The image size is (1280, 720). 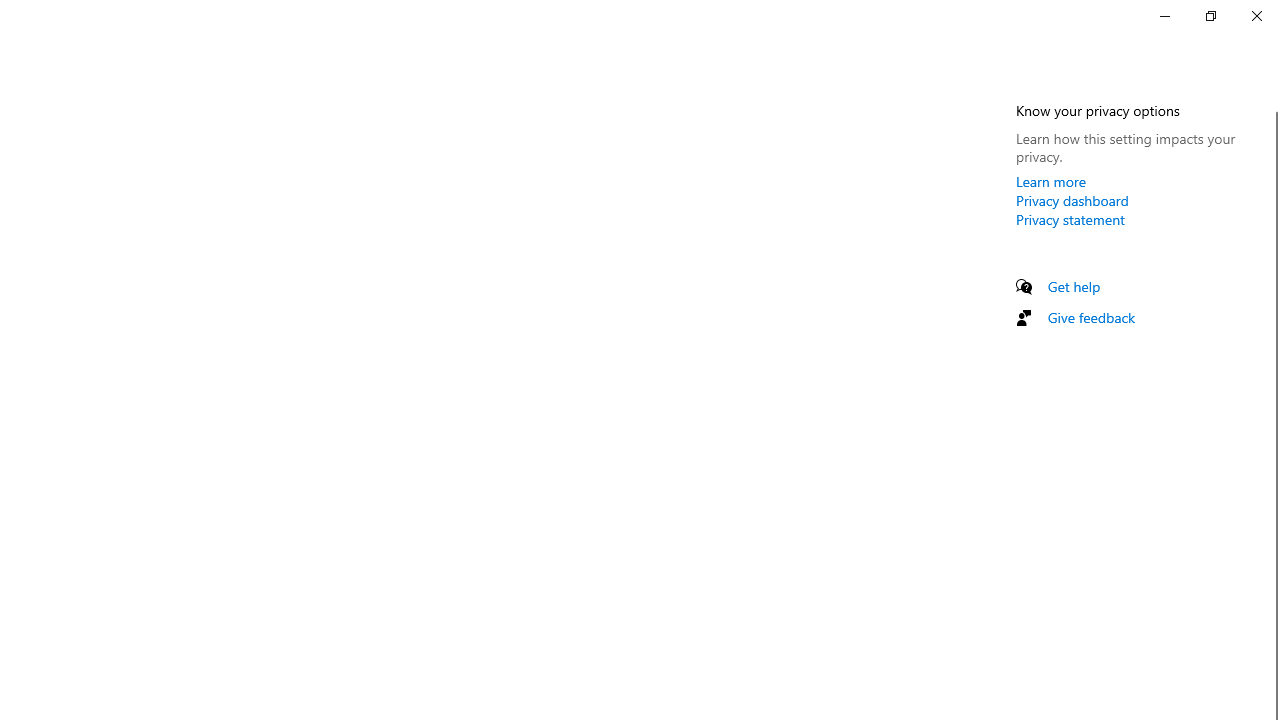 What do you see at coordinates (1090, 316) in the screenshot?
I see `'Give feedback'` at bounding box center [1090, 316].